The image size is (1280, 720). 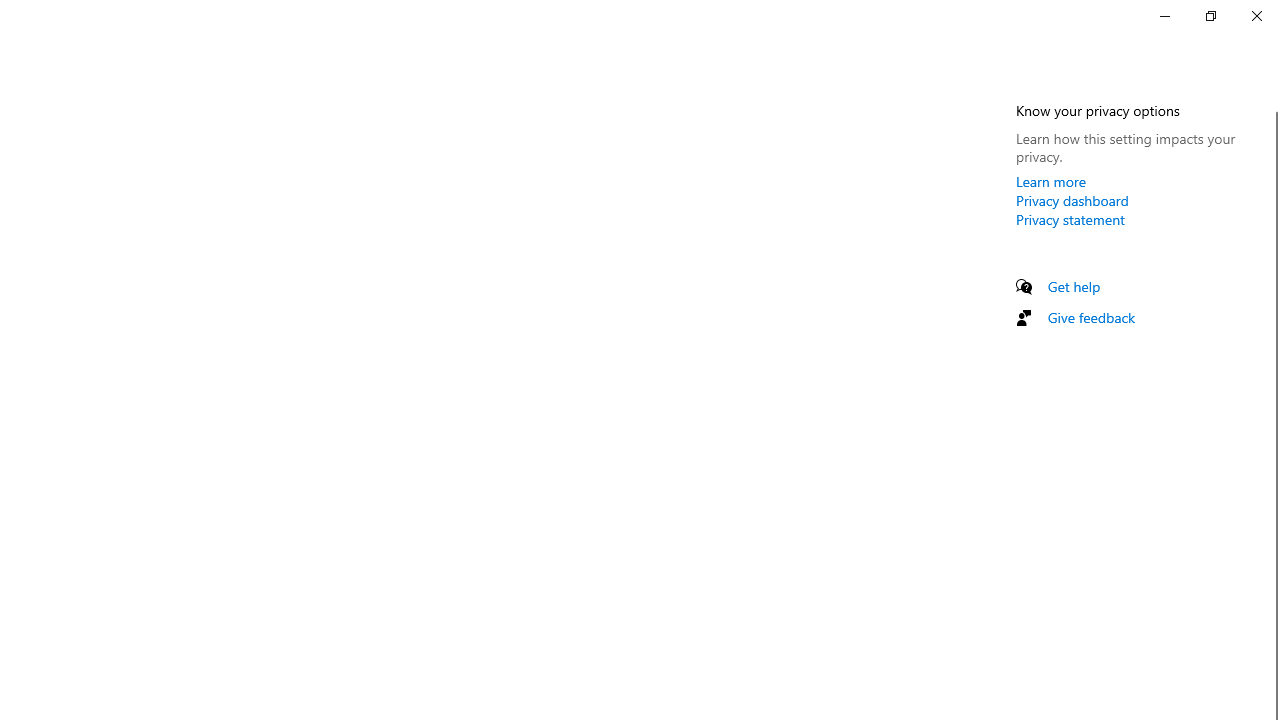 What do you see at coordinates (1090, 316) in the screenshot?
I see `'Give feedback'` at bounding box center [1090, 316].